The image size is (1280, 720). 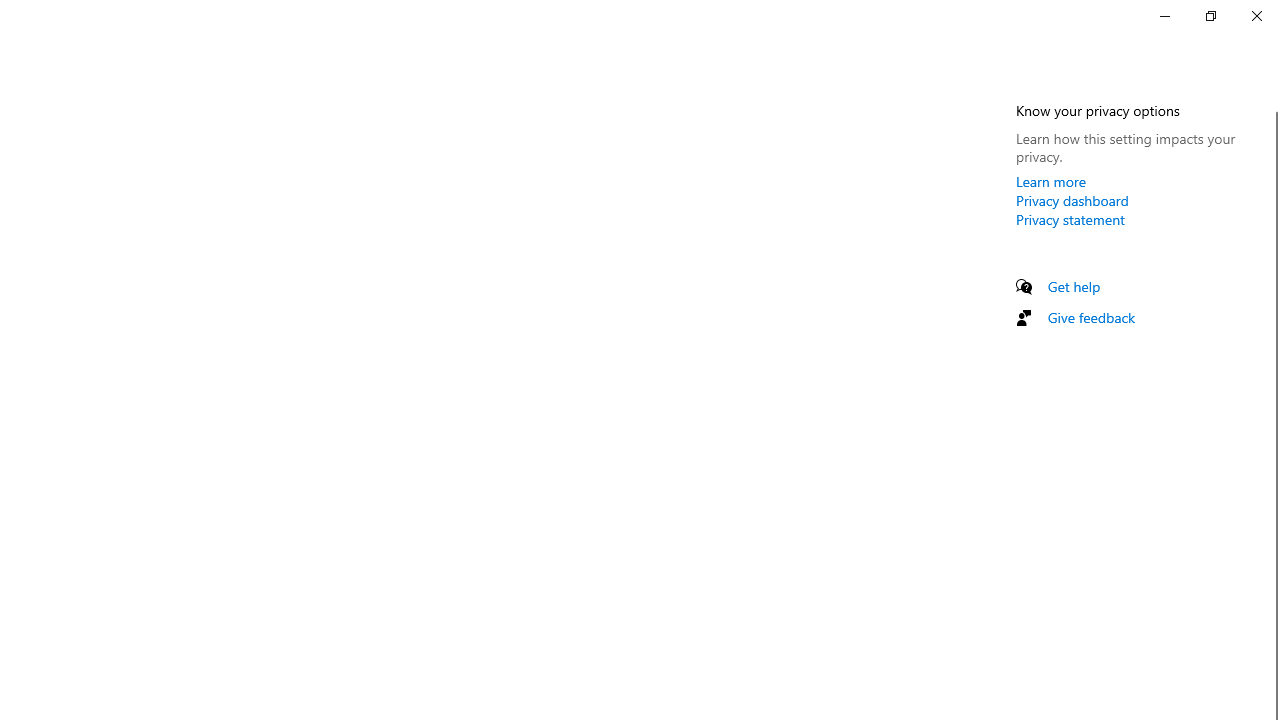 What do you see at coordinates (1090, 316) in the screenshot?
I see `'Give feedback'` at bounding box center [1090, 316].